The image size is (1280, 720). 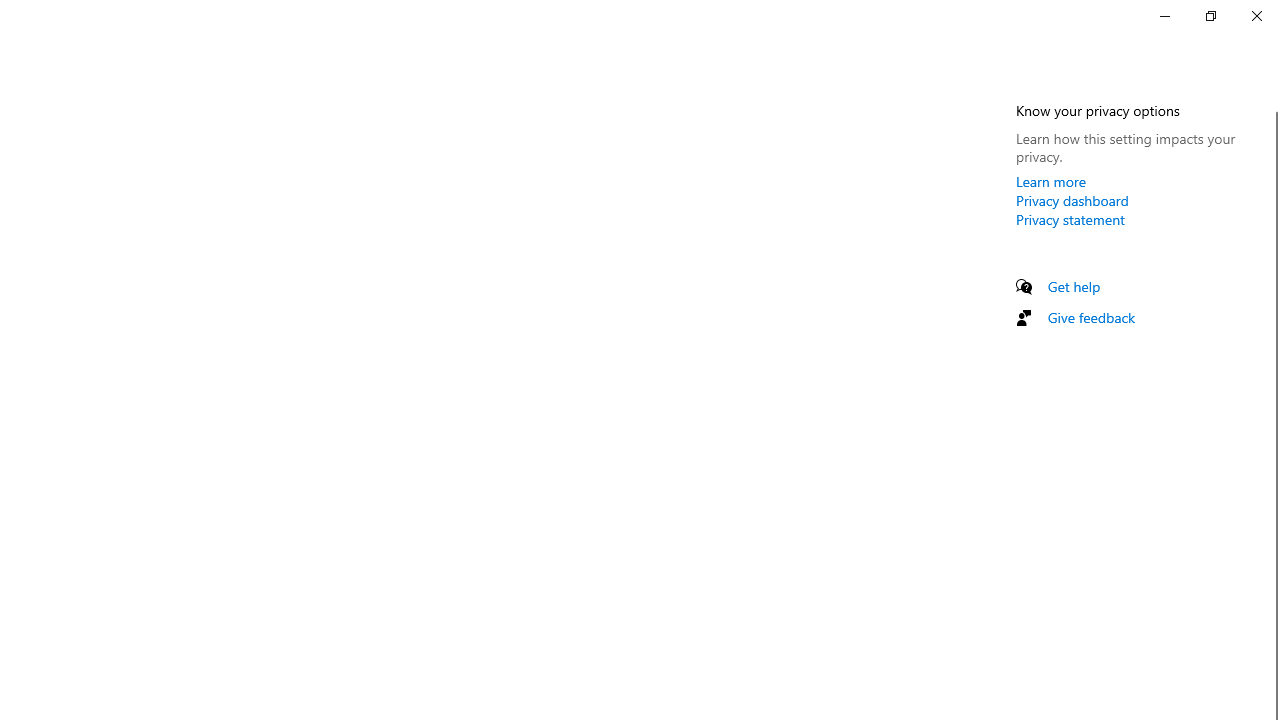 What do you see at coordinates (1090, 316) in the screenshot?
I see `'Give feedback'` at bounding box center [1090, 316].